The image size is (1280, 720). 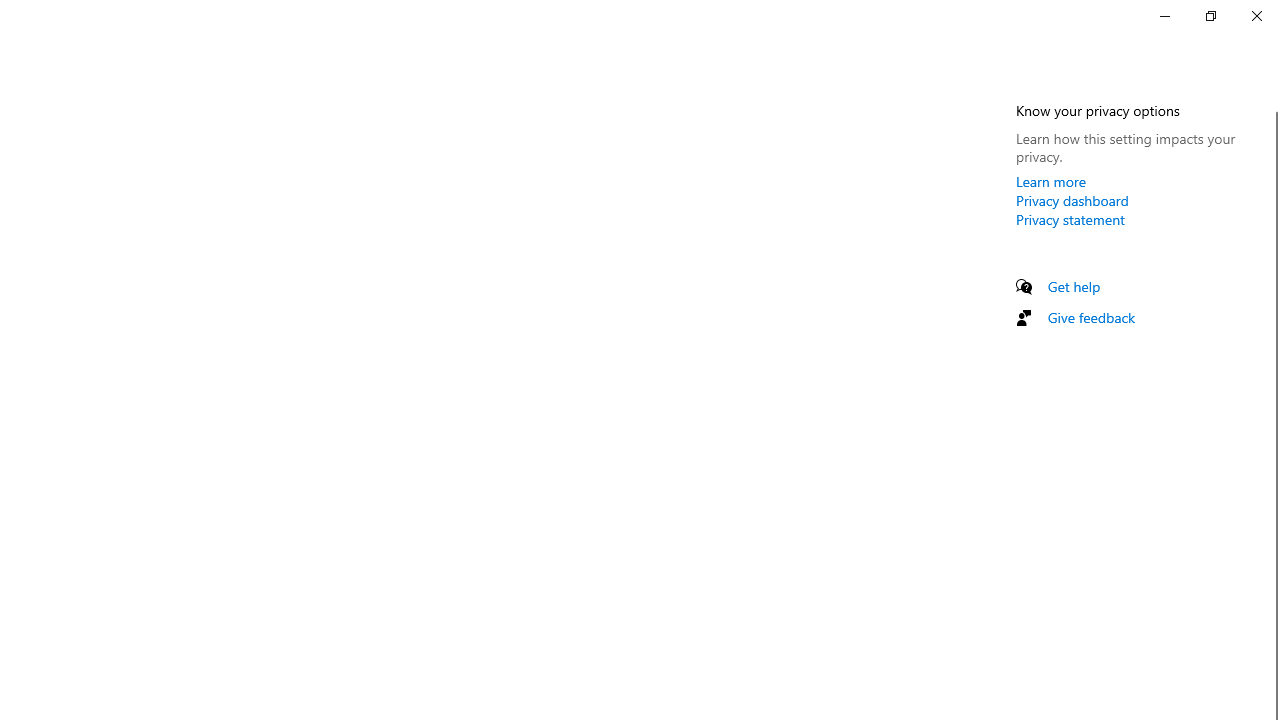 What do you see at coordinates (1090, 316) in the screenshot?
I see `'Give feedback'` at bounding box center [1090, 316].